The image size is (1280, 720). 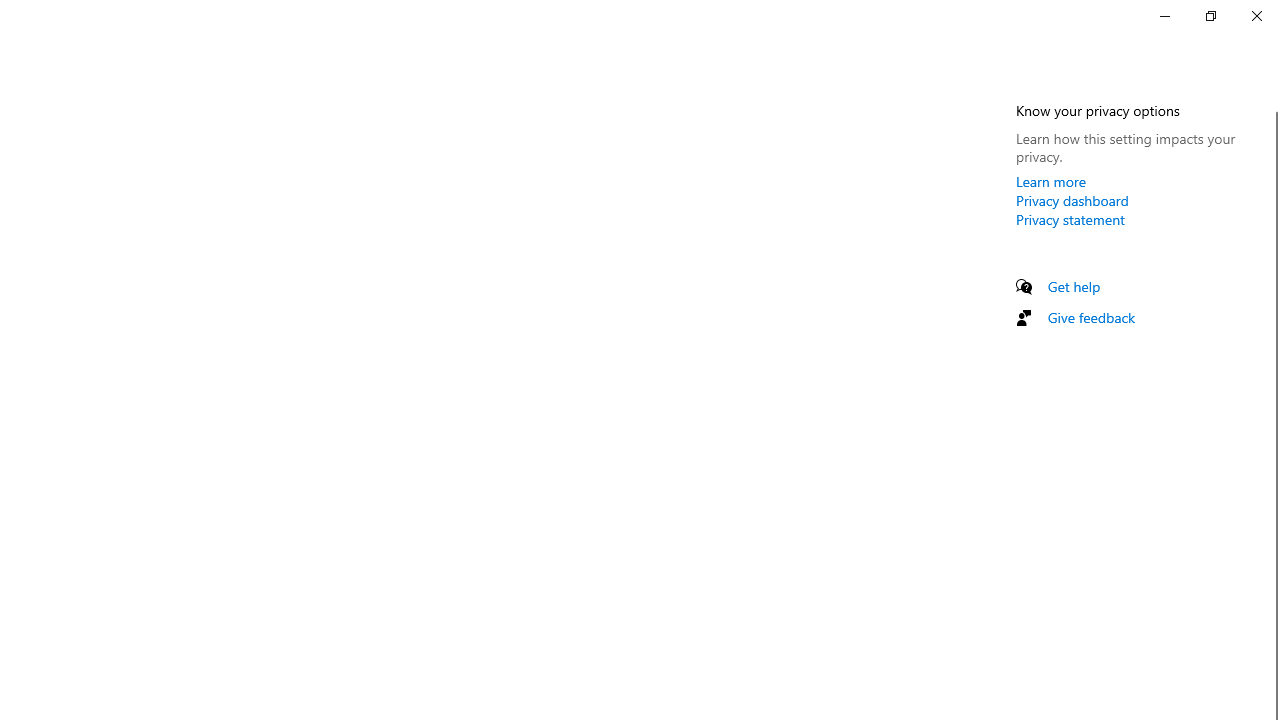 What do you see at coordinates (1090, 316) in the screenshot?
I see `'Give feedback'` at bounding box center [1090, 316].